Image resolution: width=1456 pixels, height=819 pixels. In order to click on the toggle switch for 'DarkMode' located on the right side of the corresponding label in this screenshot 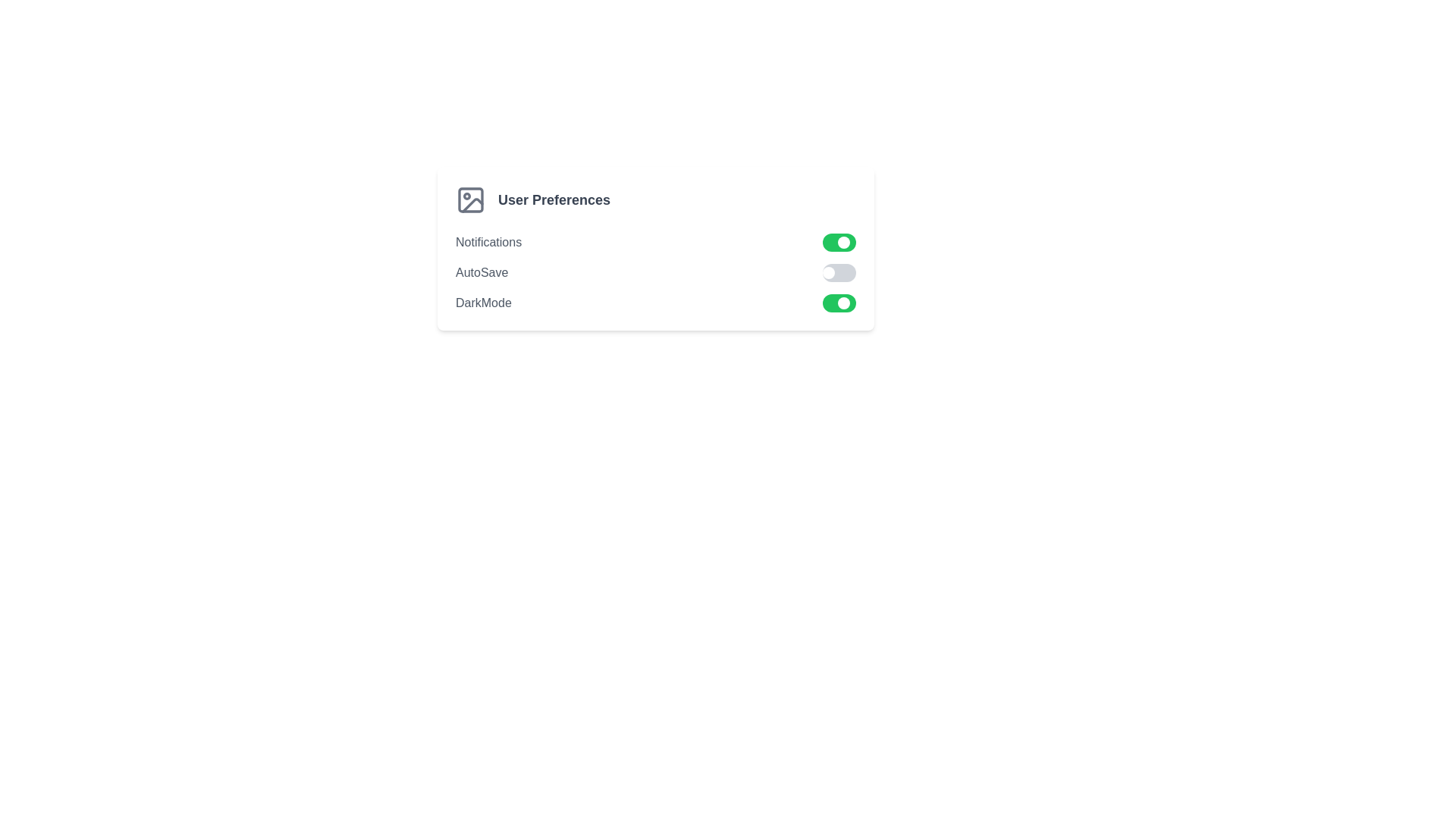, I will do `click(839, 303)`.